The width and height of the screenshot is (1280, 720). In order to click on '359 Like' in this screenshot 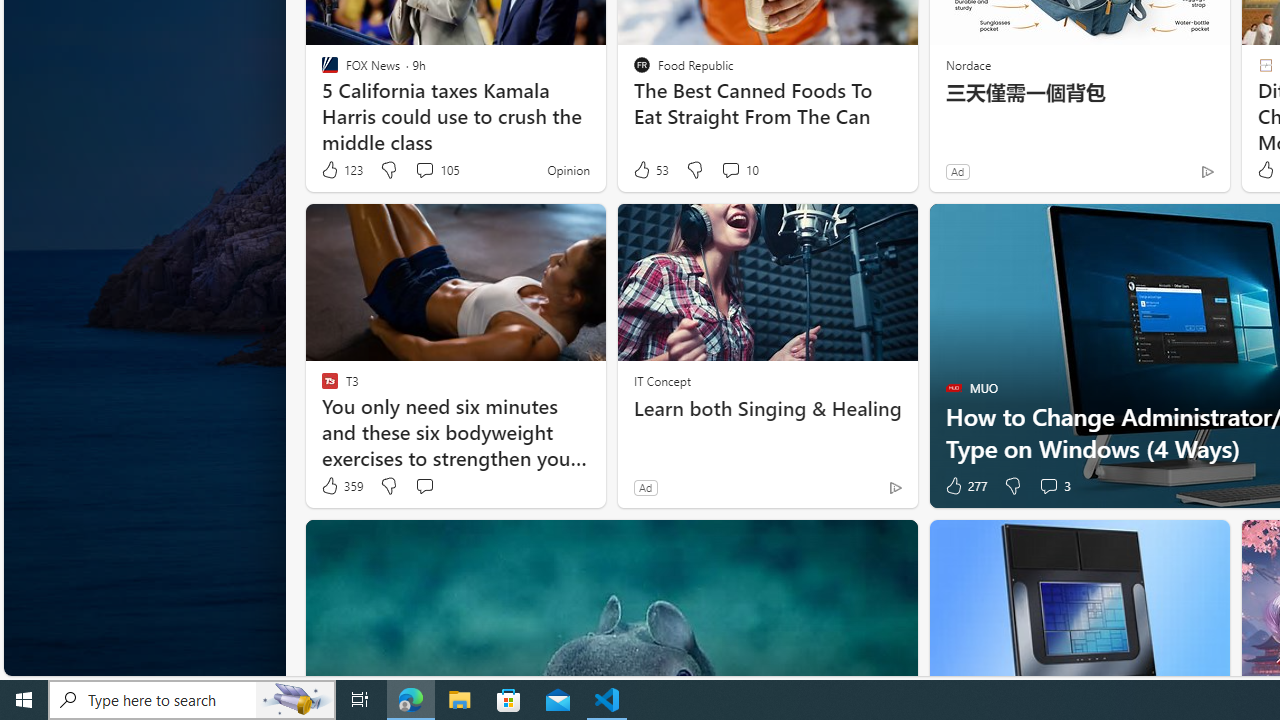, I will do `click(341, 486)`.